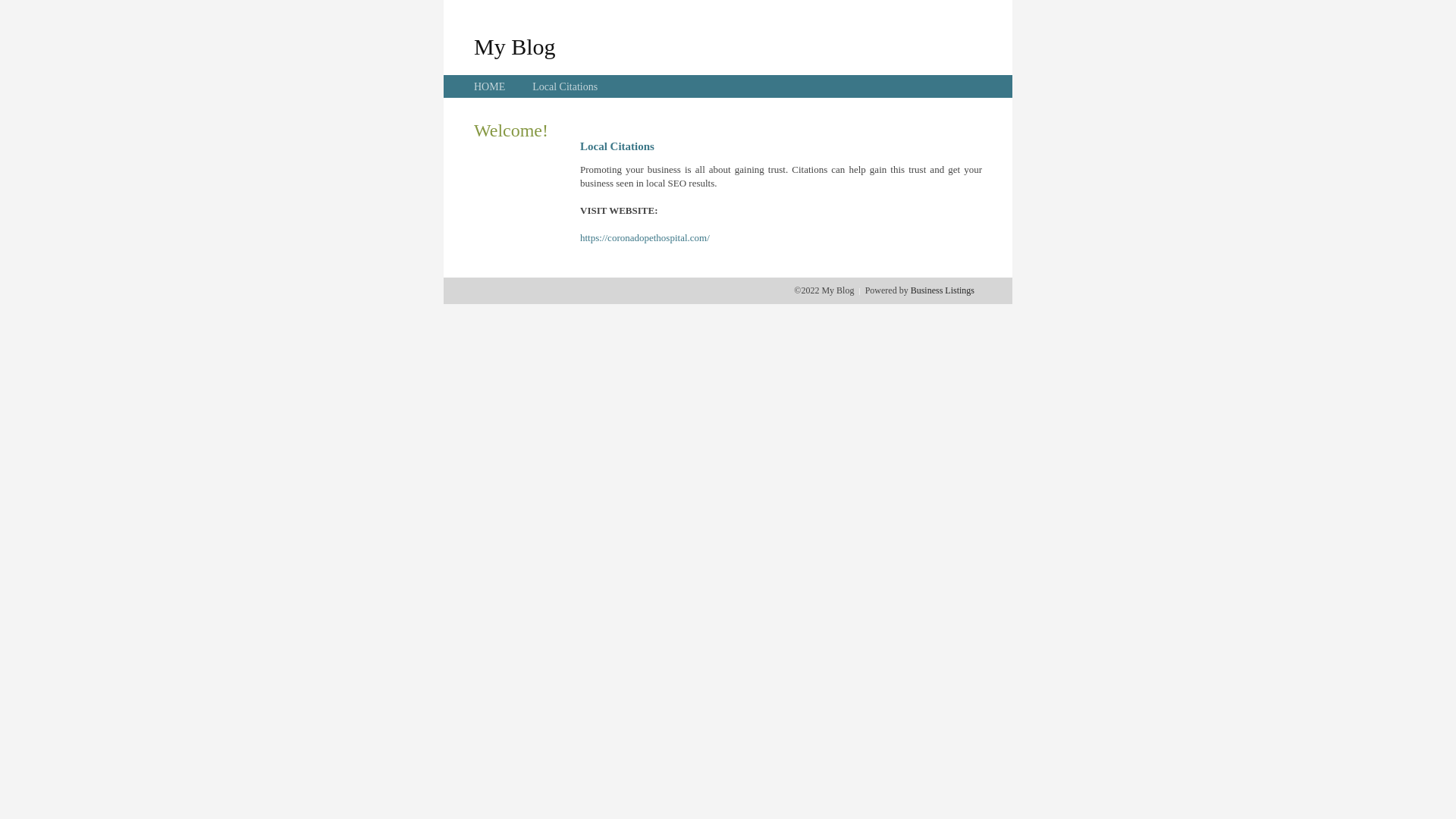 Image resolution: width=1456 pixels, height=819 pixels. Describe the element at coordinates (563, 86) in the screenshot. I see `'Local Citations'` at that location.